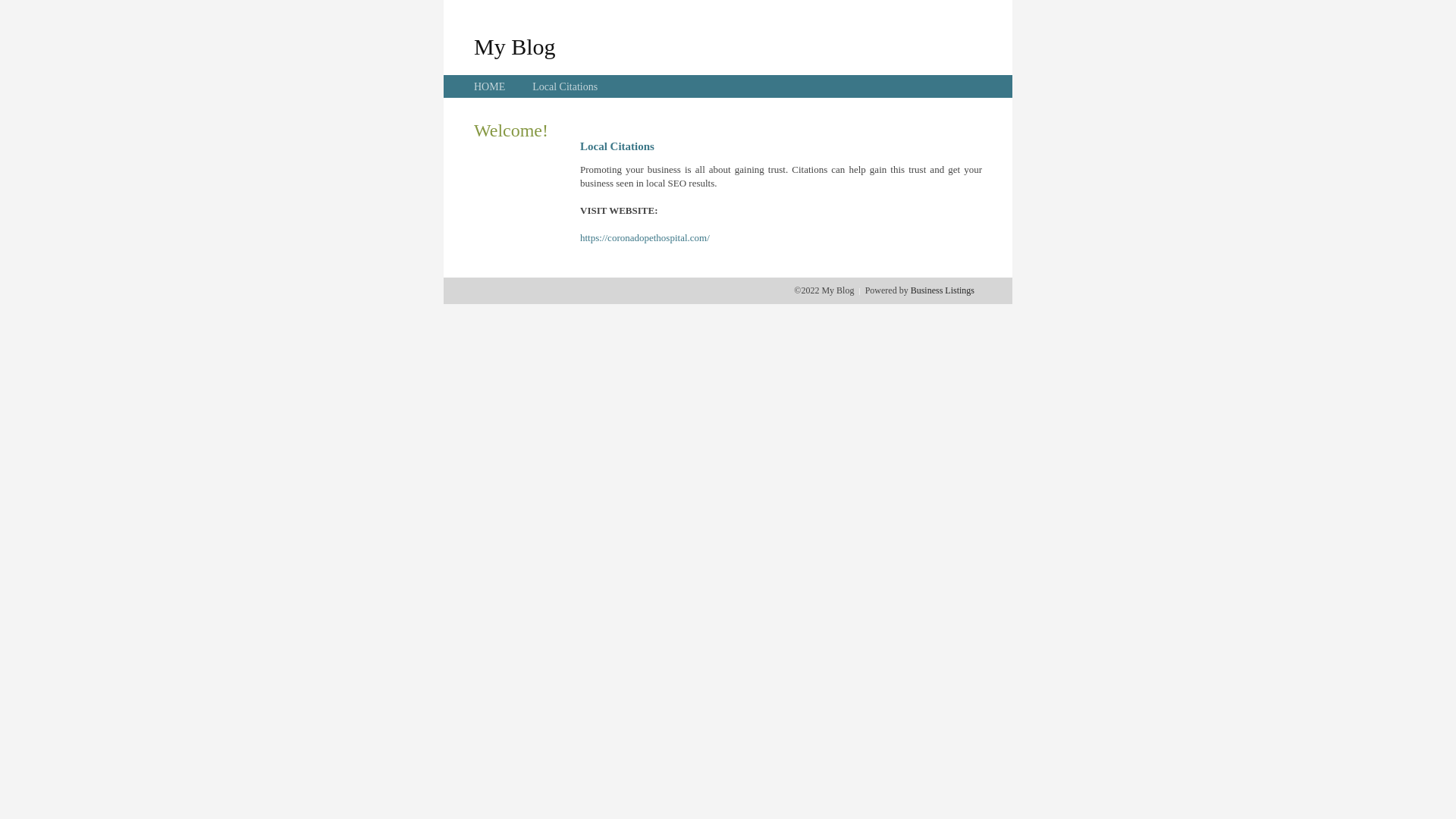 Image resolution: width=1456 pixels, height=819 pixels. Describe the element at coordinates (563, 86) in the screenshot. I see `'Local Citations'` at that location.